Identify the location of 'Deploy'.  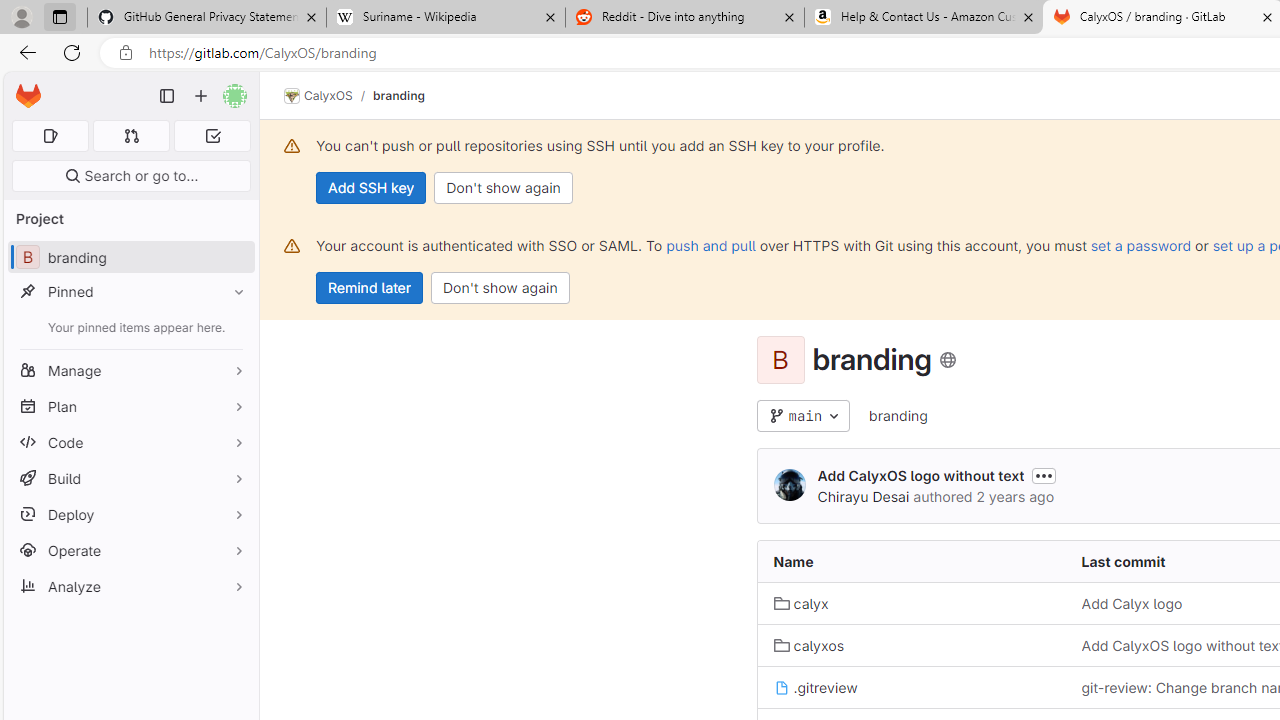
(130, 513).